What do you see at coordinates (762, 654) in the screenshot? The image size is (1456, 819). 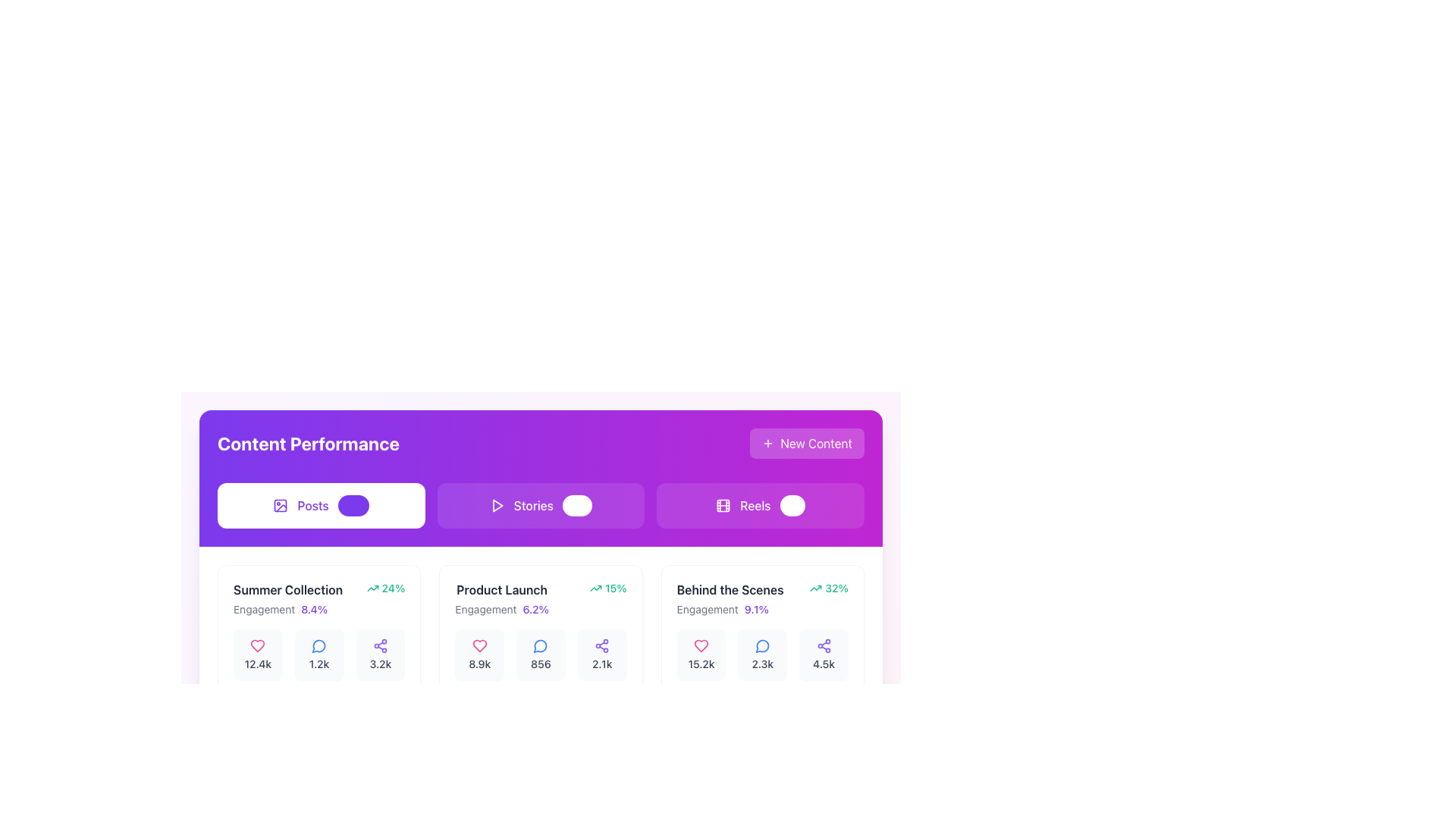 I see `the clickable card element displaying a blue speech bubble icon and '2.3k' text, located in the 'Behind the Scenes' section, third card from the left` at bounding box center [762, 654].